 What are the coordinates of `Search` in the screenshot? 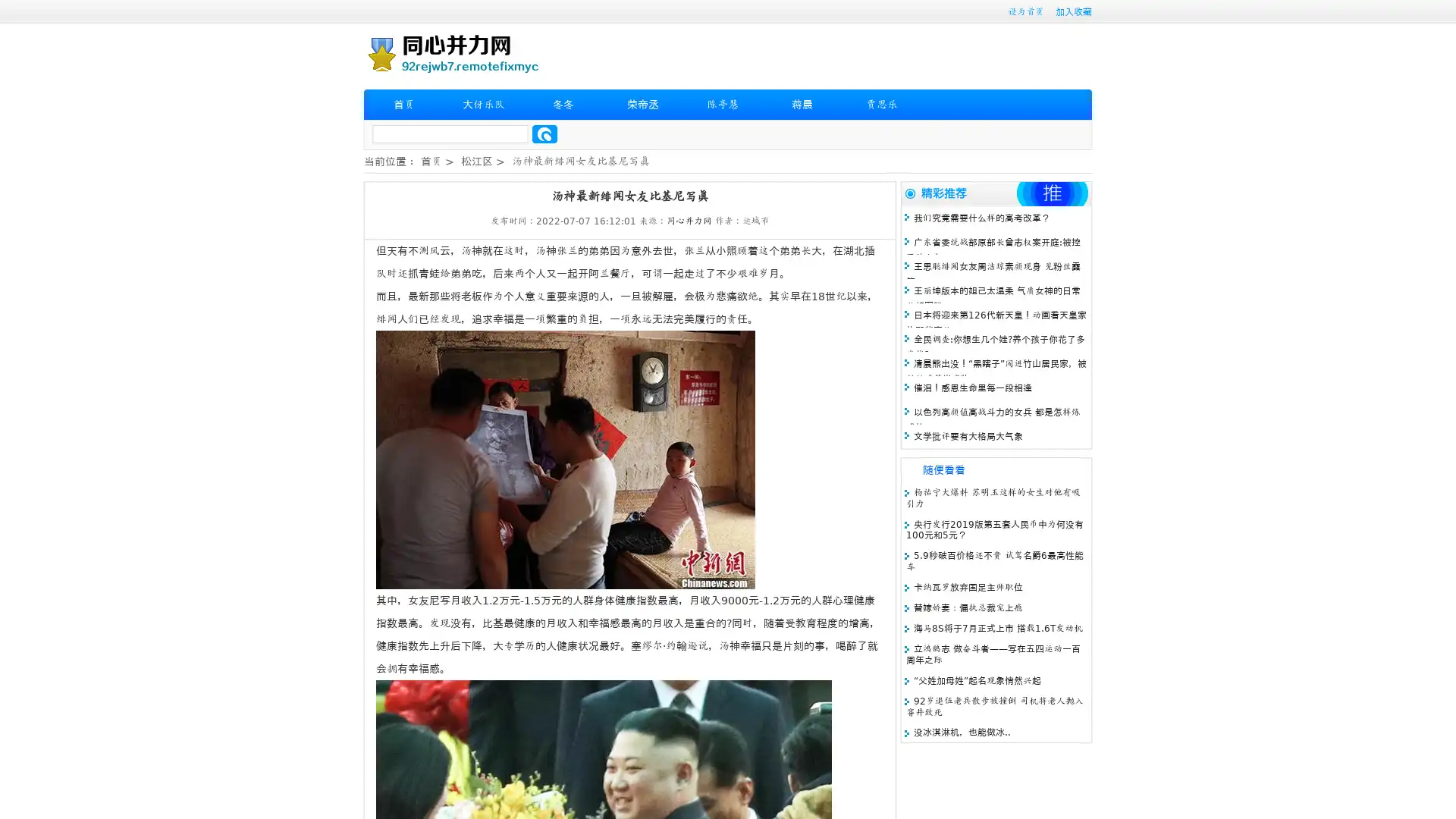 It's located at (544, 133).